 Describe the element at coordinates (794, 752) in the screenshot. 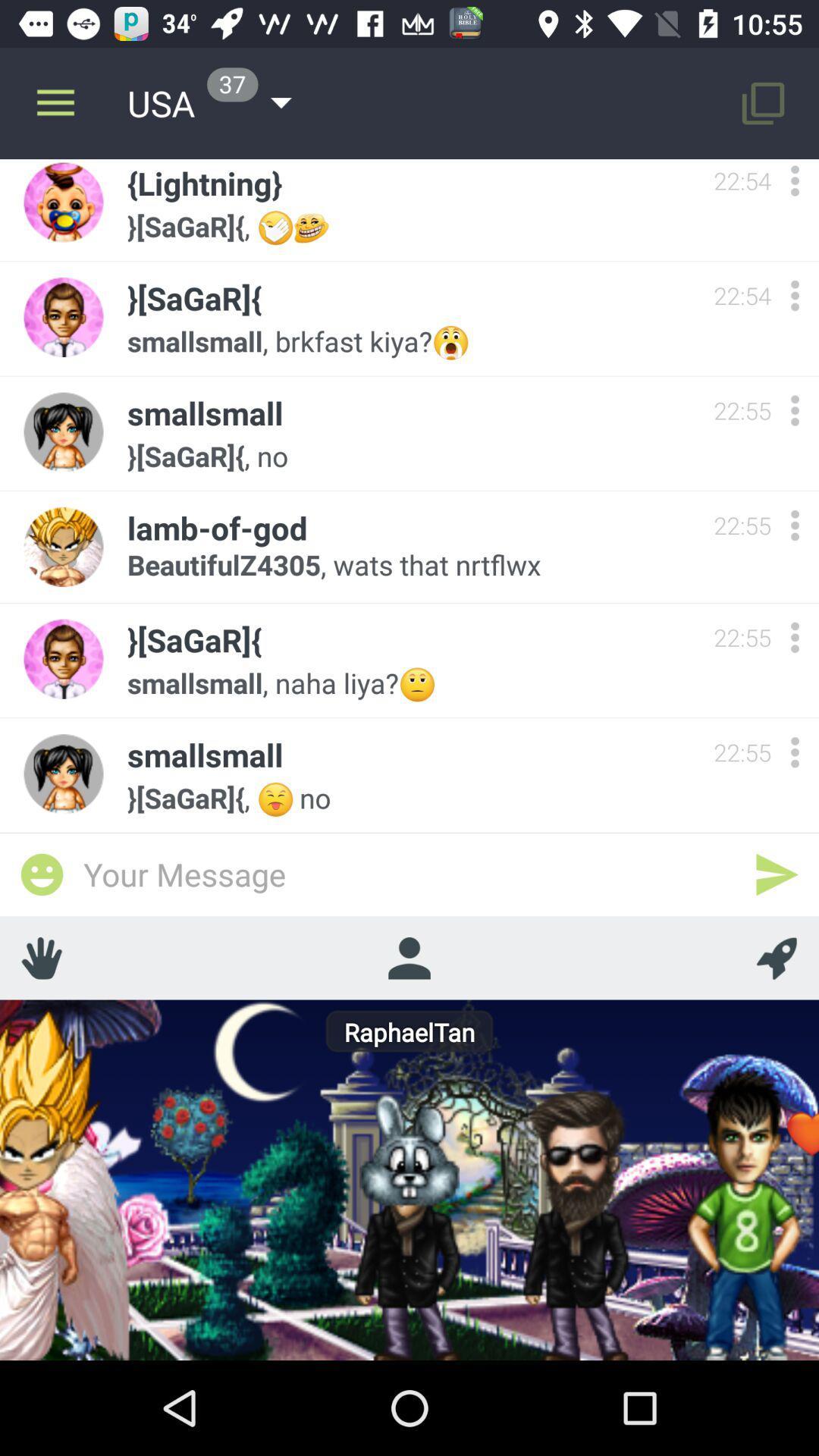

I see `more options` at that location.